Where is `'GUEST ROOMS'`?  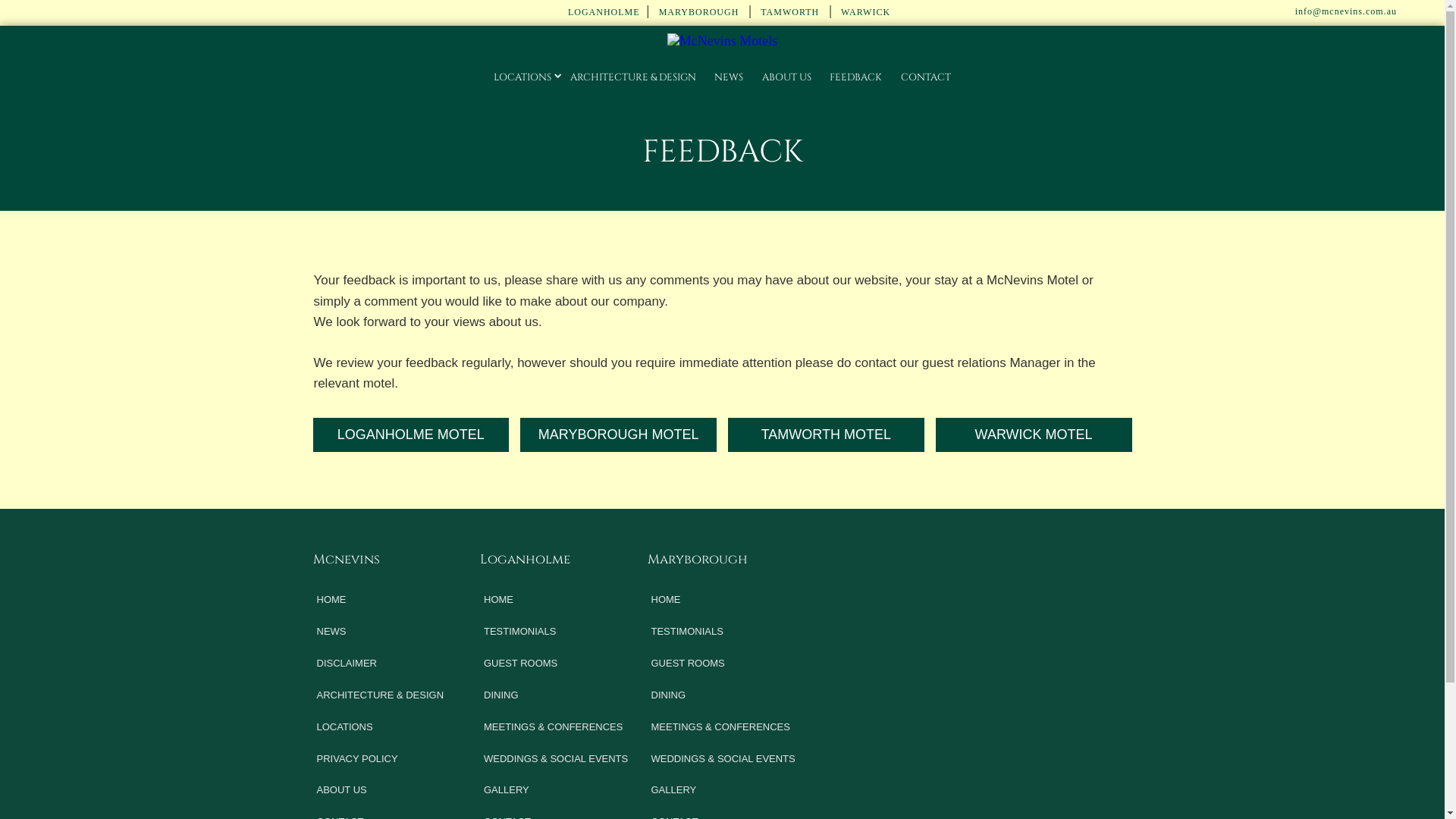 'GUEST ROOMS' is located at coordinates (648, 663).